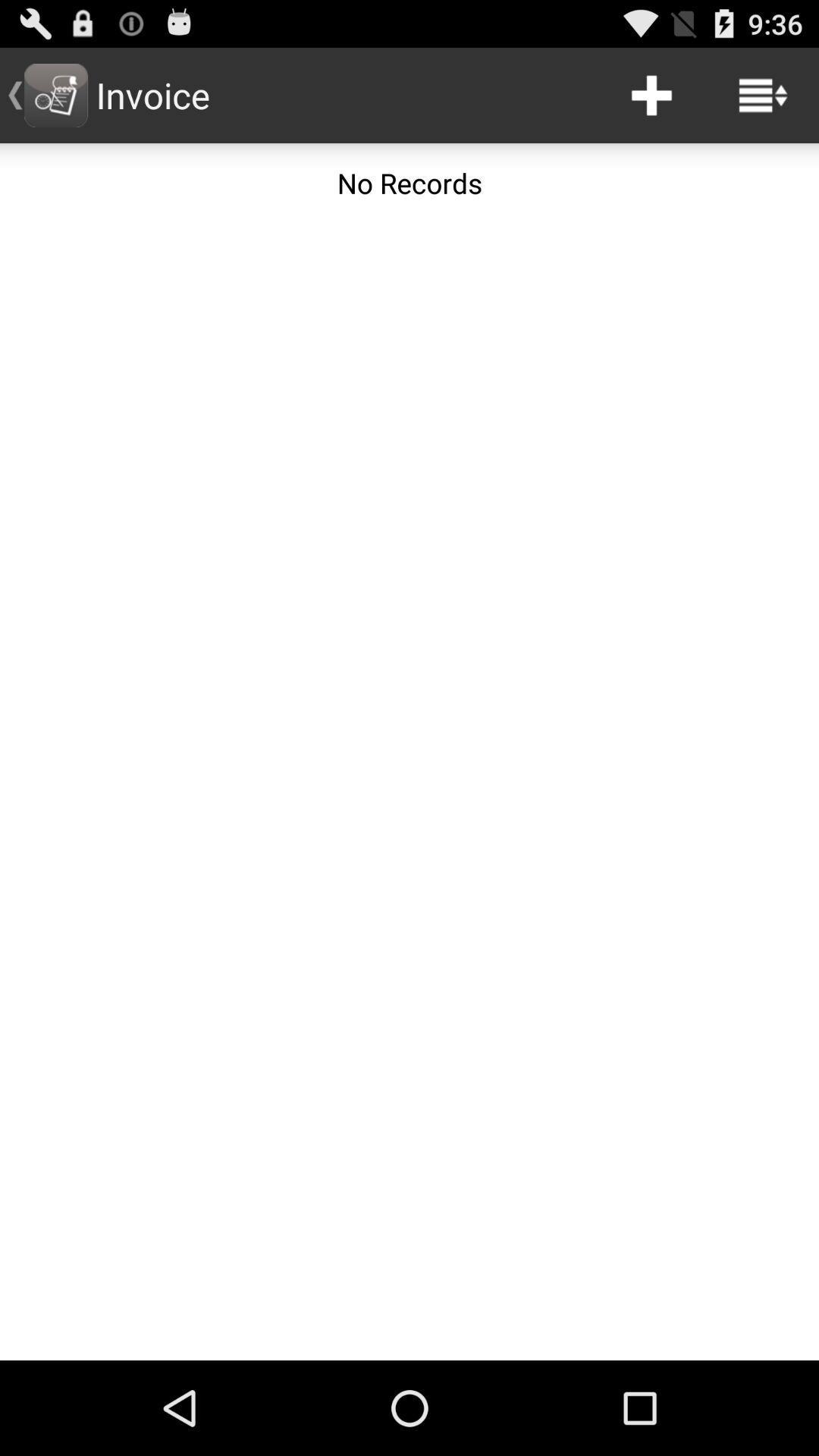 This screenshot has height=1456, width=819. Describe the element at coordinates (409, 790) in the screenshot. I see `the icon below the no records icon` at that location.